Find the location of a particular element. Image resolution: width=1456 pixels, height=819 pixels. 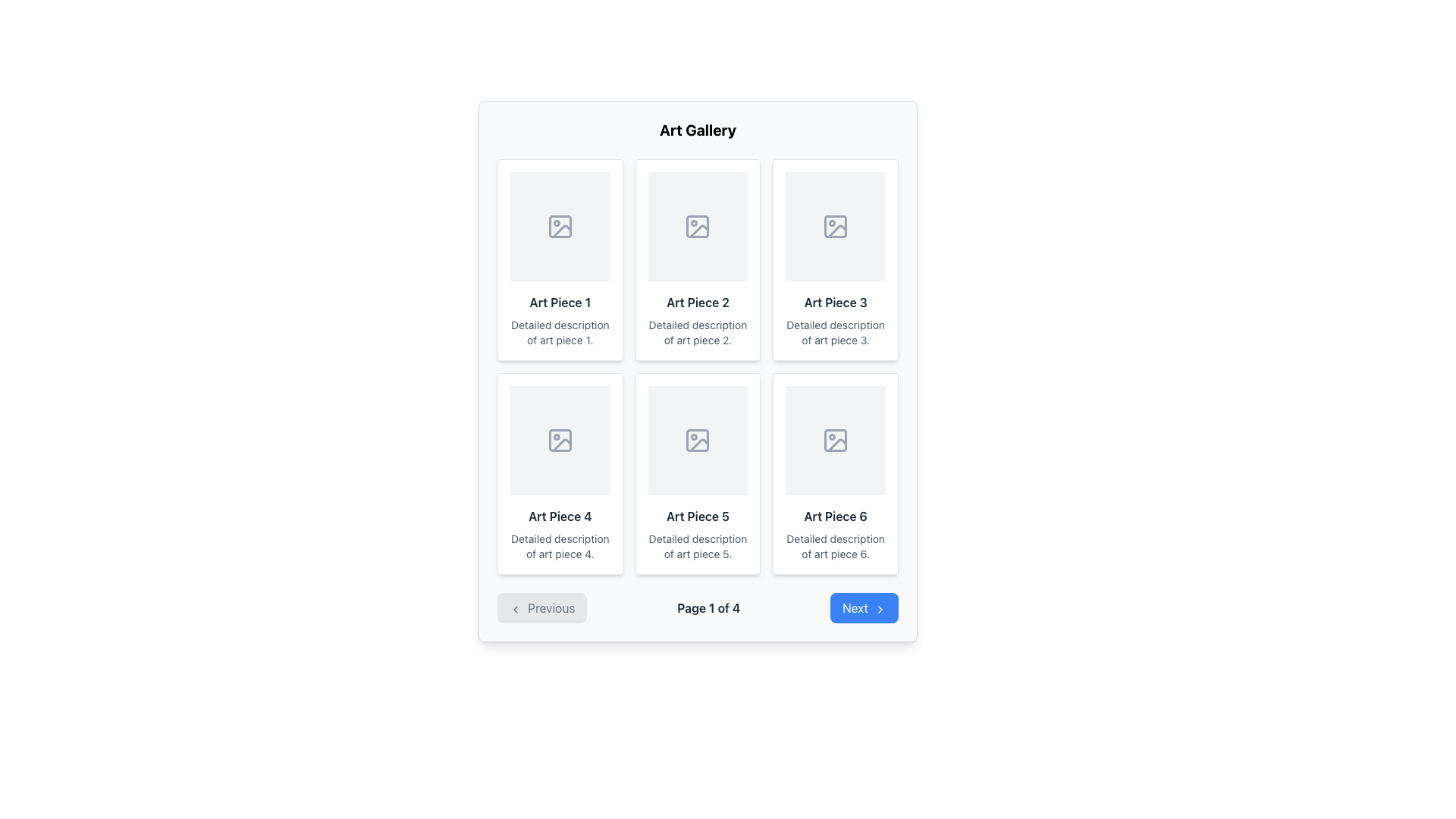

the image placeholder within the content card labeled 'Art Piece 4', which is positioned above the text 'Detailed description of art piece 4' is located at coordinates (559, 441).